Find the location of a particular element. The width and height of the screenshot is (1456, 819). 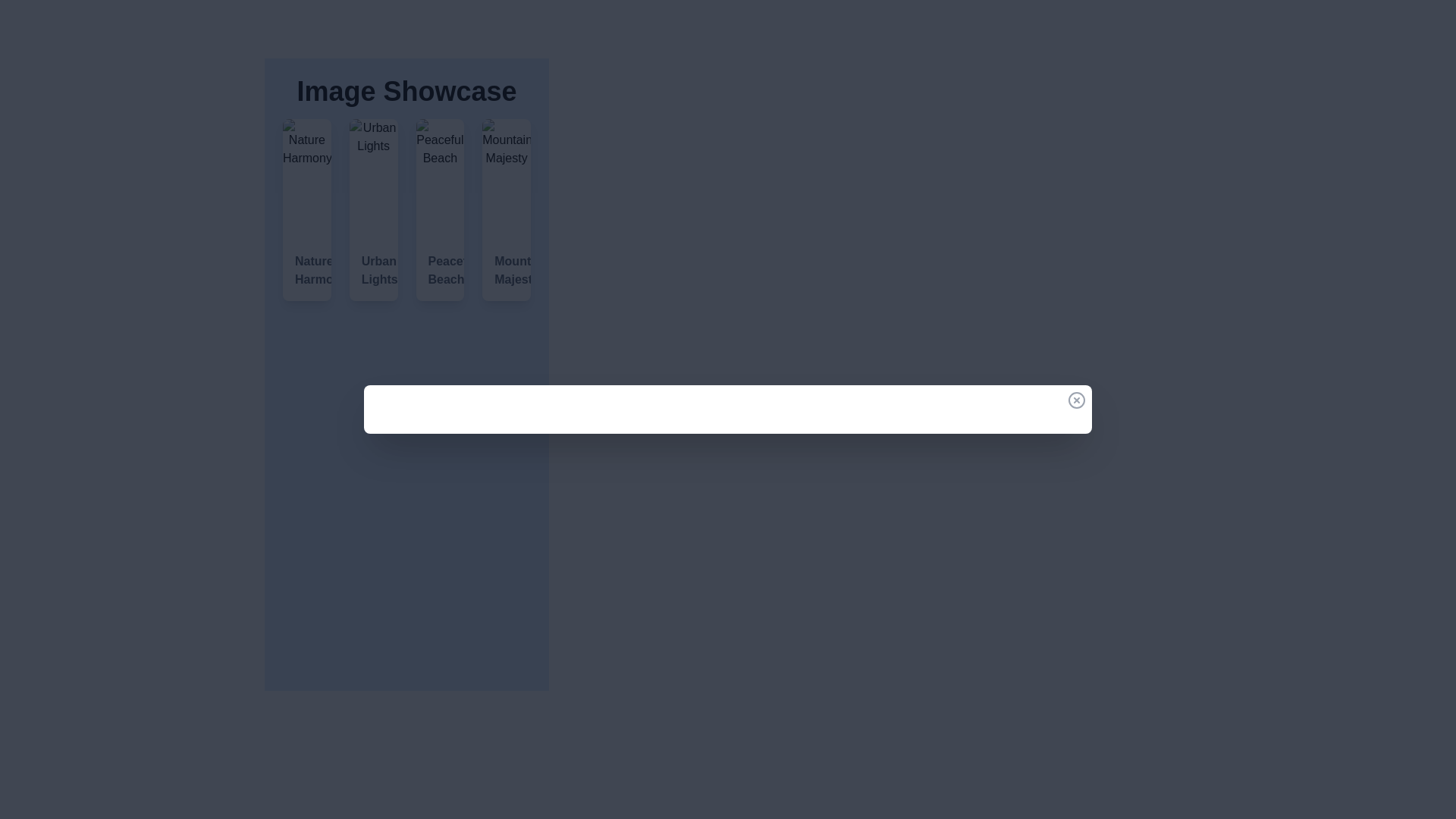

the text label that serves as a title for the 'Mountain Majesty' image, positioned in the fourth column of the grid is located at coordinates (507, 270).